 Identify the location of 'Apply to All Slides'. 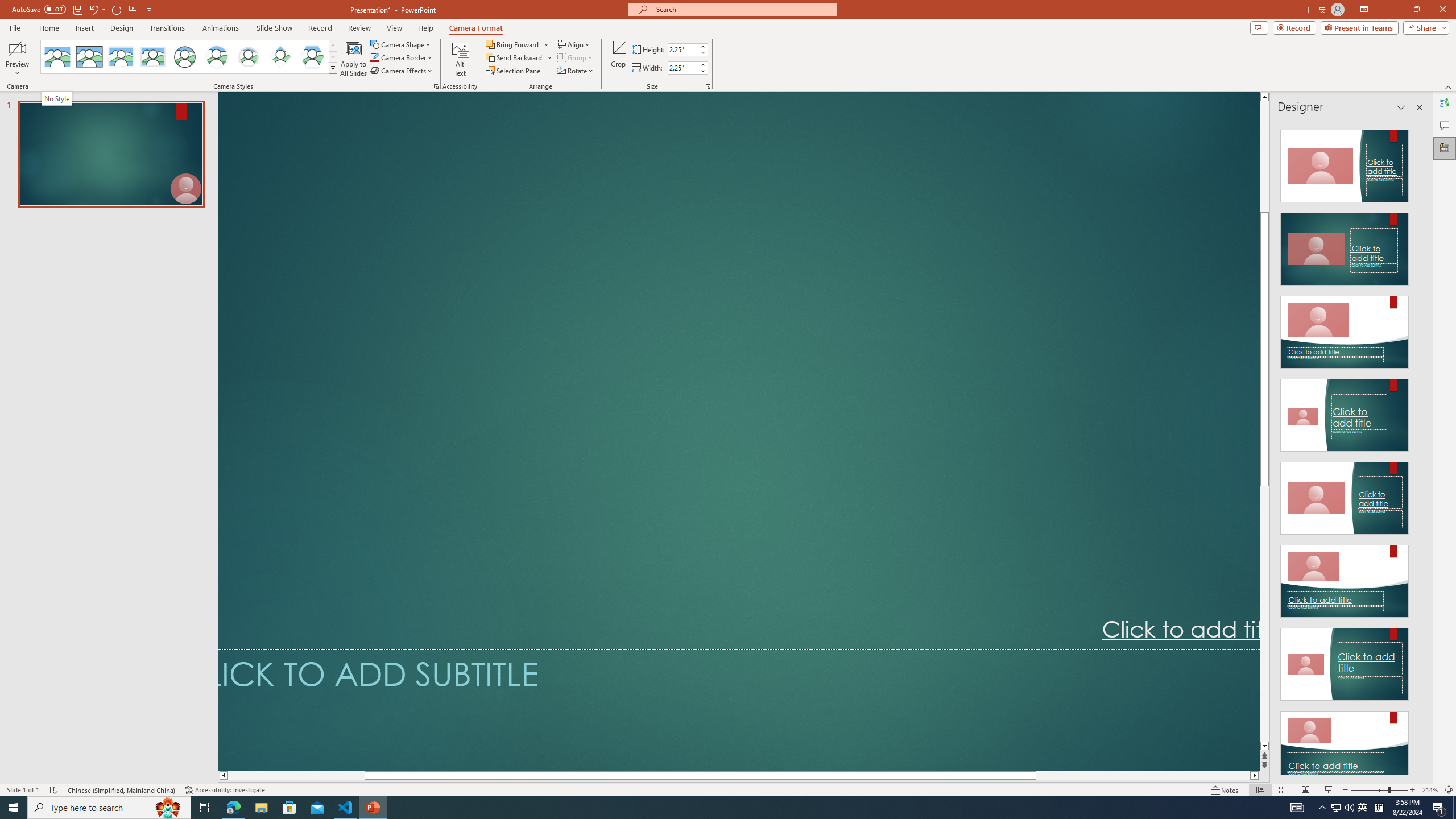
(353, 59).